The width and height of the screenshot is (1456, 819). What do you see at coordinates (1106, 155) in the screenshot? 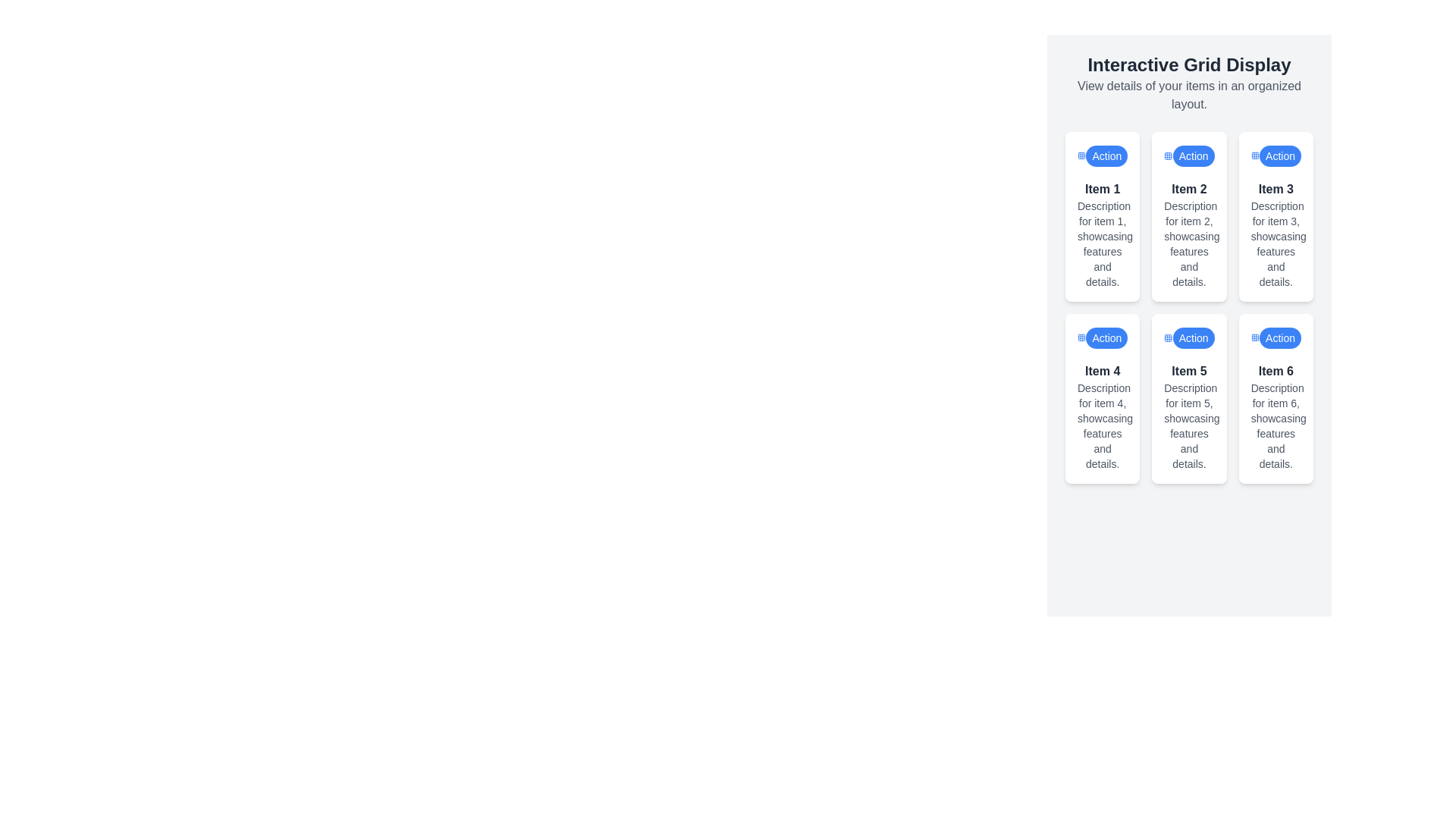
I see `the 'Action' button, which is a blue rounded button with white text, located in the top-left quadrant of the grid layout, positioned to the right of a grid icon and above the text section titled 'Item 1'` at bounding box center [1106, 155].